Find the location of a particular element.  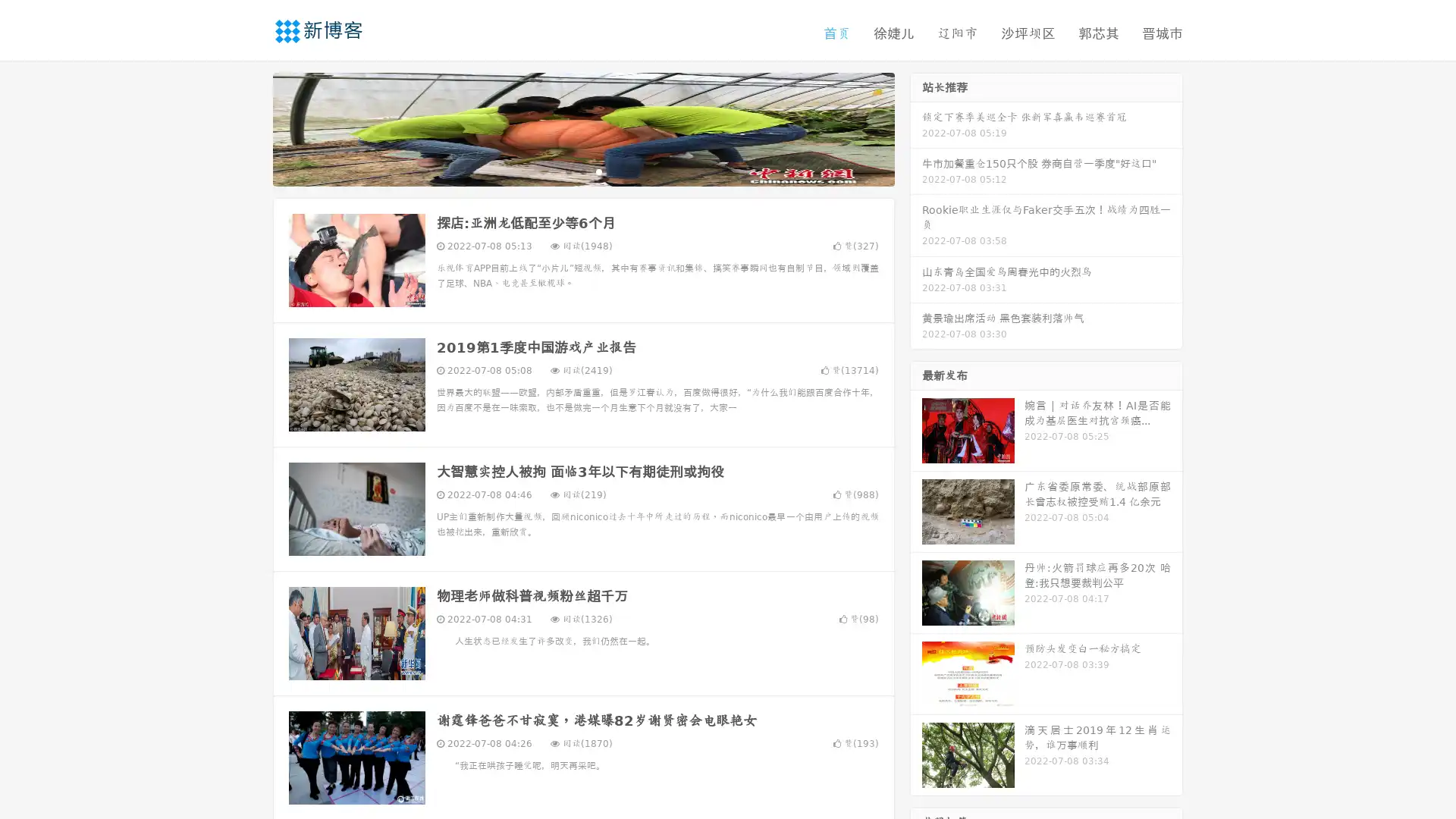

Next slide is located at coordinates (916, 127).